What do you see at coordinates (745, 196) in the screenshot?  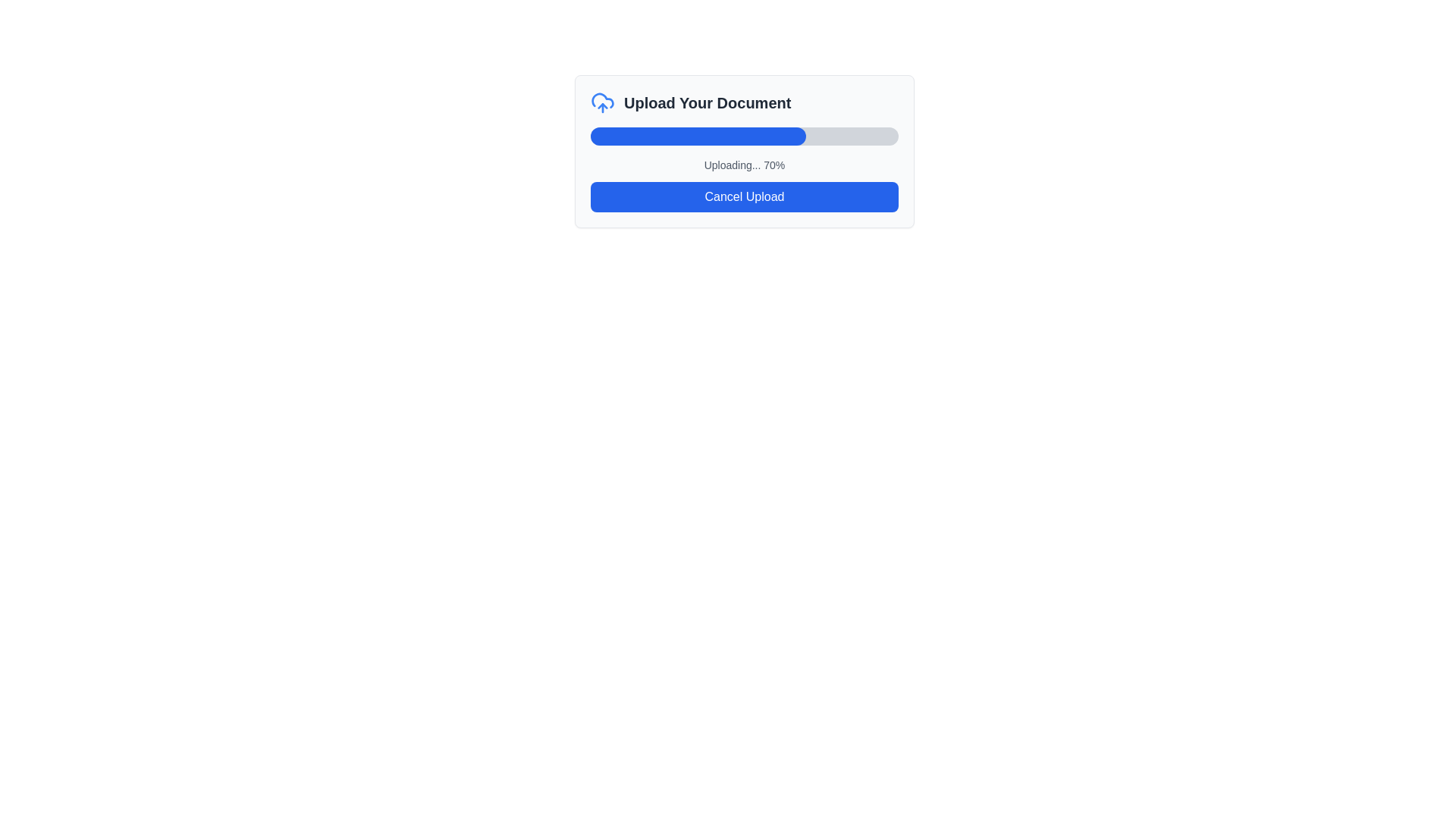 I see `the blue rectangular button with bold white text 'Cancel Upload' to change its color` at bounding box center [745, 196].